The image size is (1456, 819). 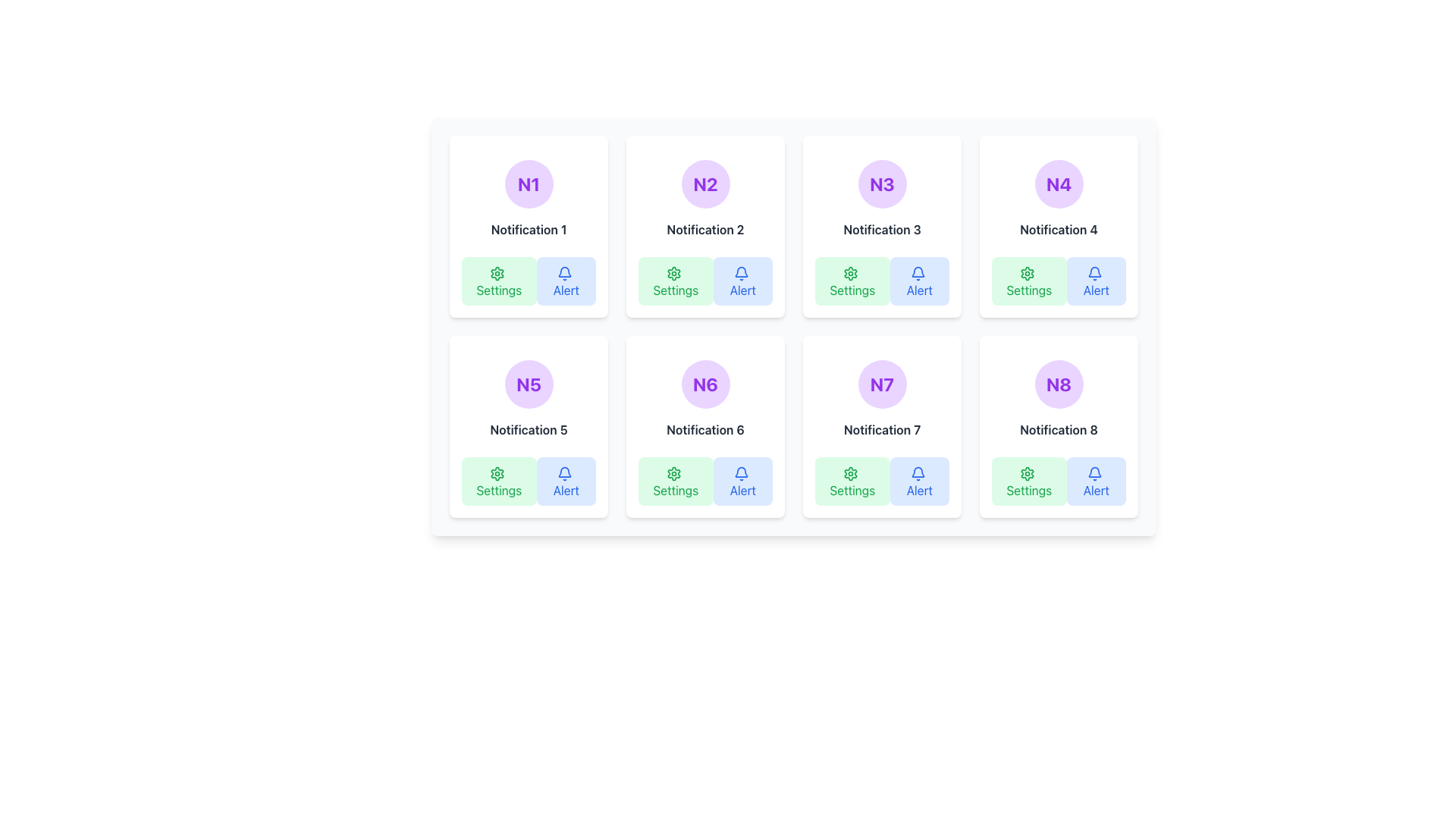 I want to click on the gear icon located in the green button labeled 'Settings', which is the fourth card in the first row, so click(x=1028, y=273).